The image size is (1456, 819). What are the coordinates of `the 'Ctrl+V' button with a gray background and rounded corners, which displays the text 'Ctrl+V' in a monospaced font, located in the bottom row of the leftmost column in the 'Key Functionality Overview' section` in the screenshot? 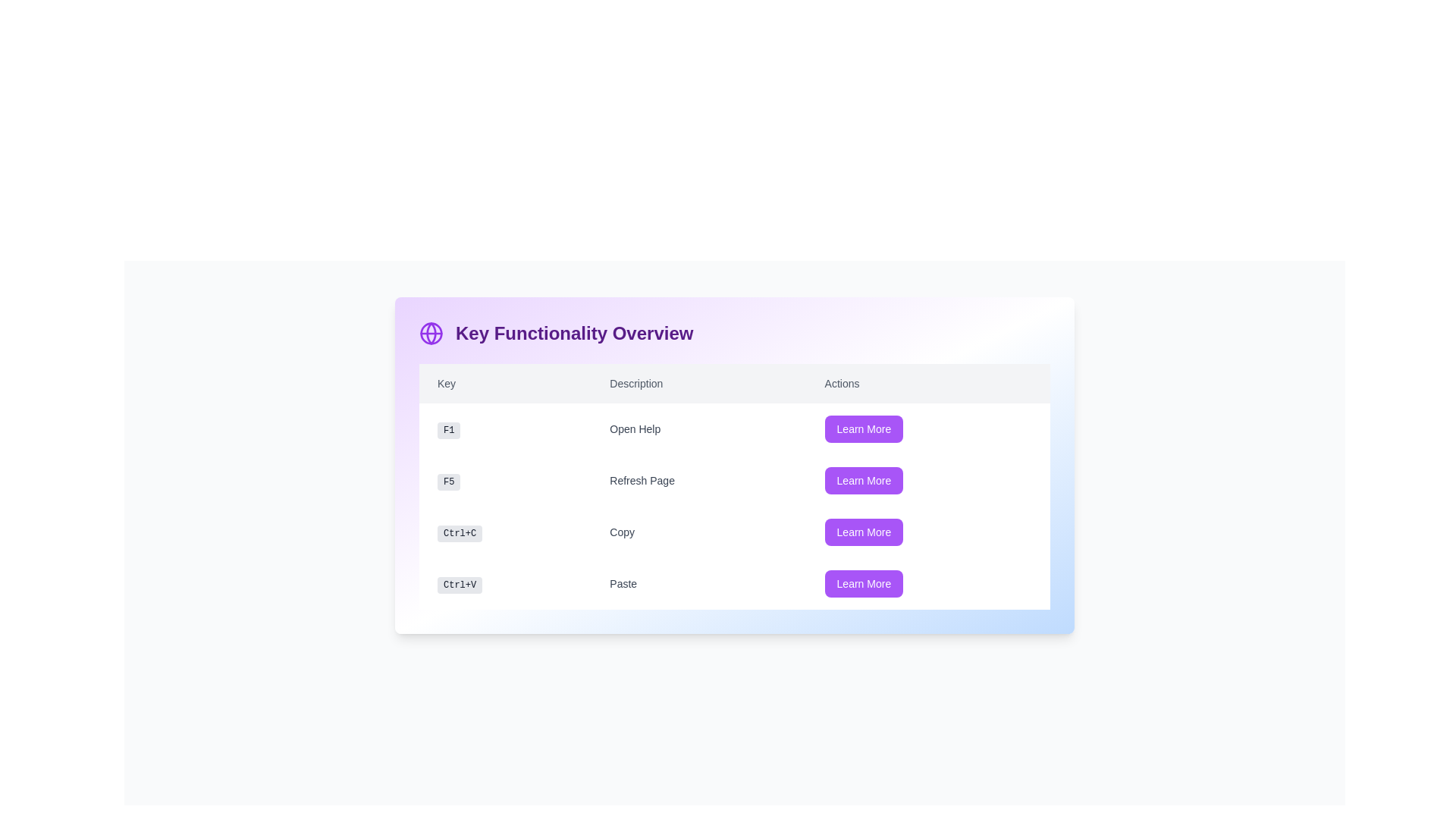 It's located at (459, 584).